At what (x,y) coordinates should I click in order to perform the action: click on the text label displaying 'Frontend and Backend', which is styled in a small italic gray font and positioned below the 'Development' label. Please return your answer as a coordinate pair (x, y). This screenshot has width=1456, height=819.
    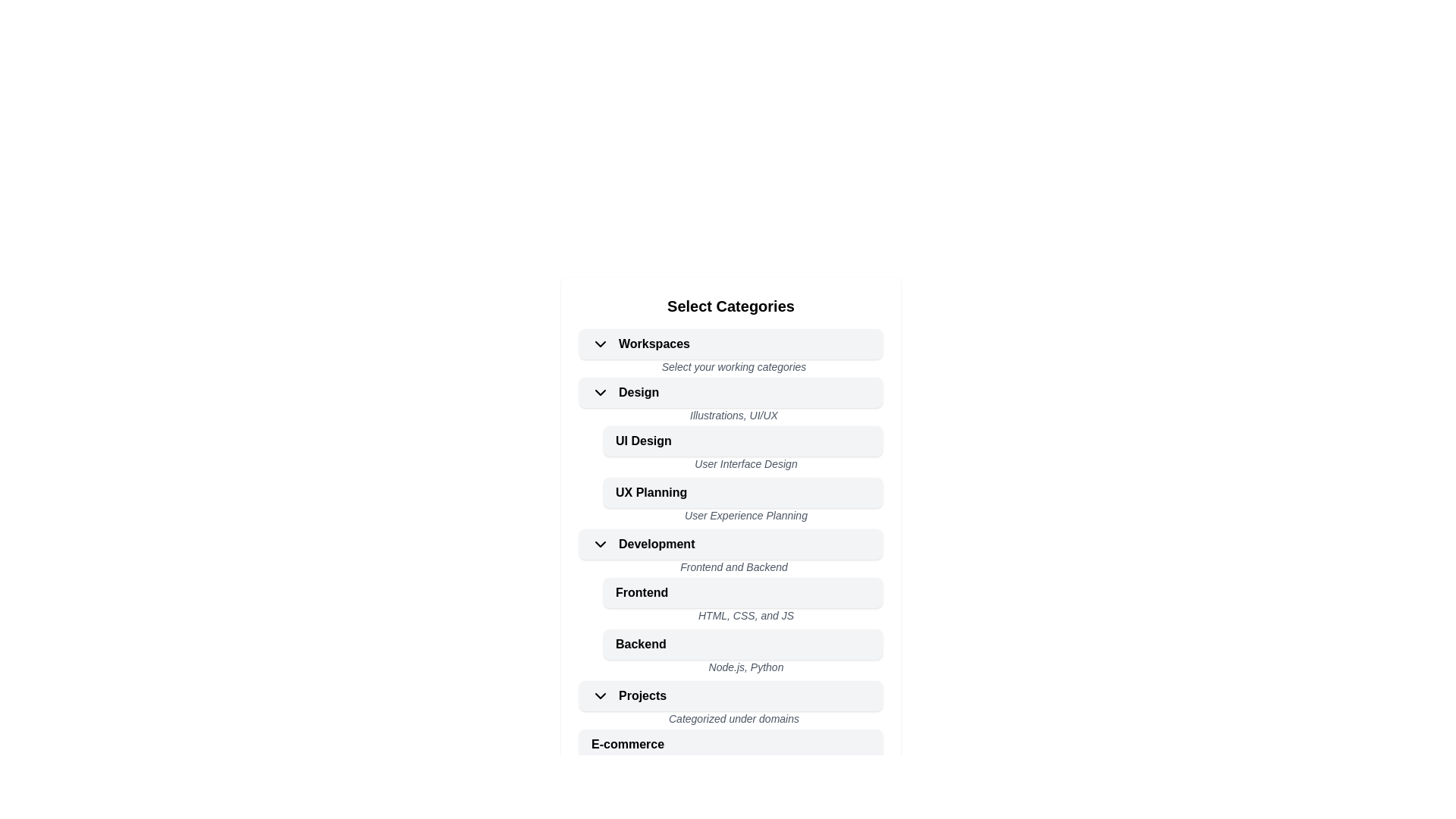
    Looking at the image, I should click on (731, 568).